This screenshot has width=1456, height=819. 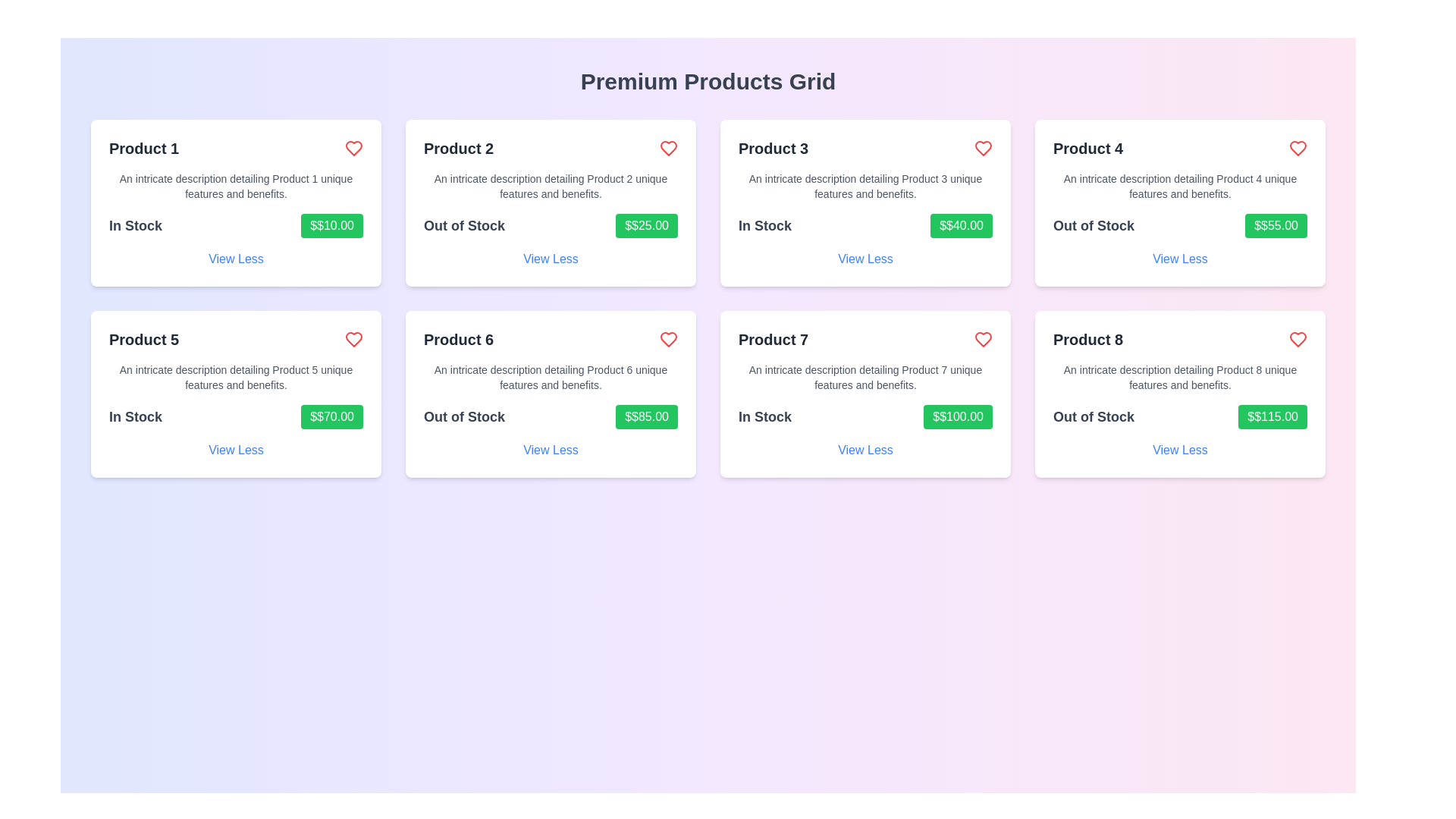 What do you see at coordinates (144, 338) in the screenshot?
I see `the bold and large-sized text label reading 'Product 5', which is styled in a dark font color and located in the lower card of the second row of the grid layout` at bounding box center [144, 338].